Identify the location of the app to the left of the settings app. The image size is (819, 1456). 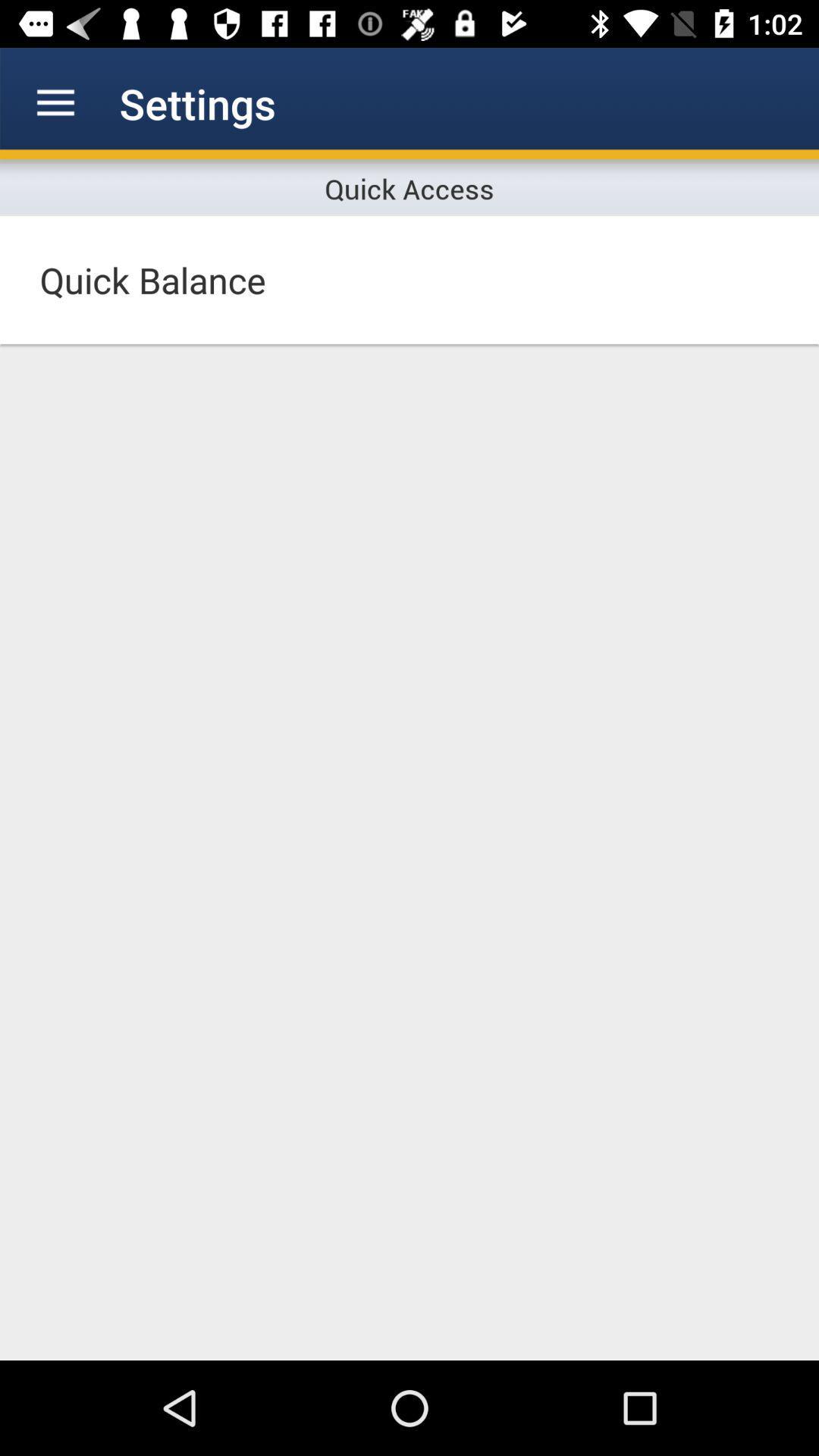
(55, 102).